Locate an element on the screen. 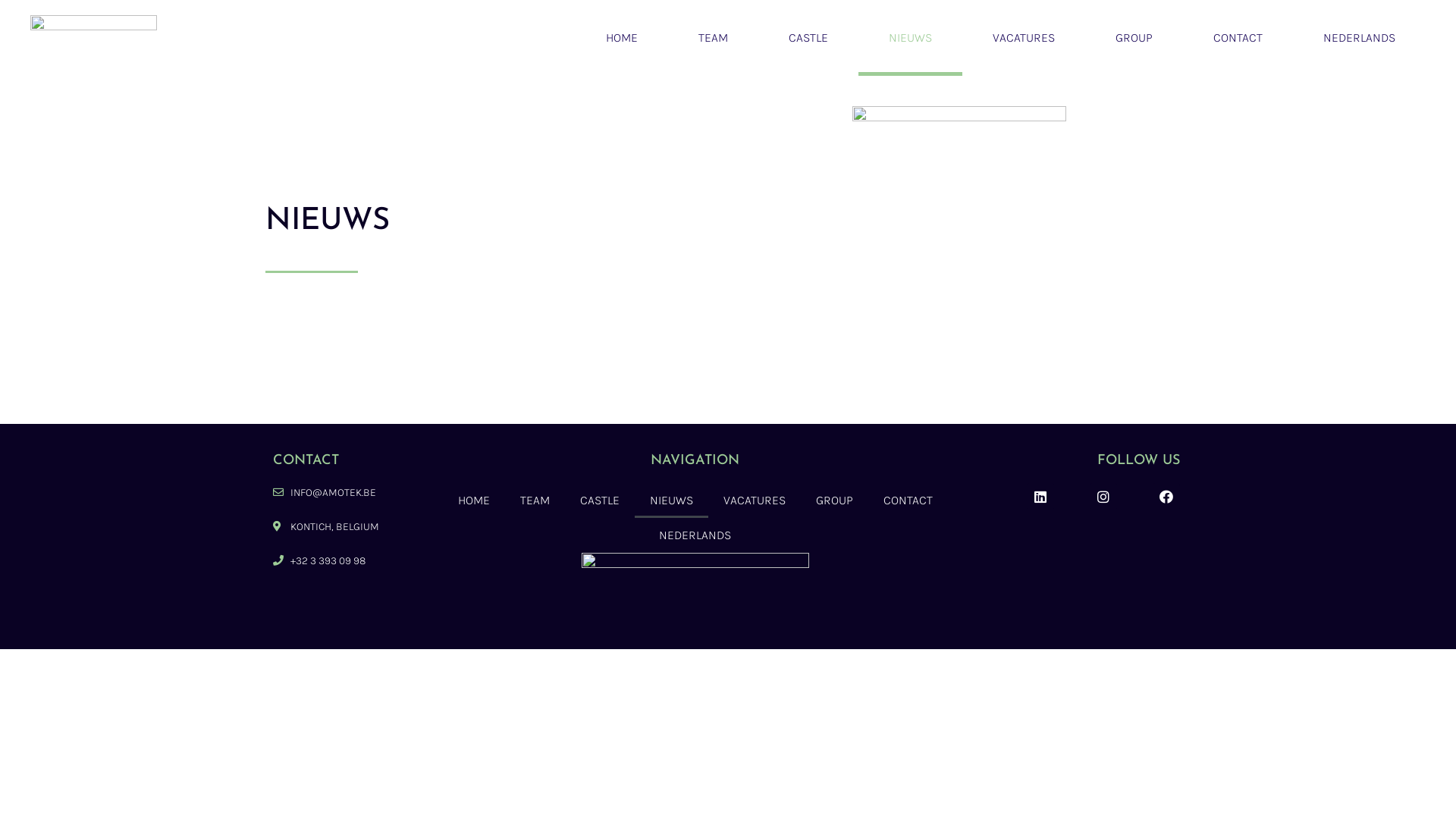 Image resolution: width=1456 pixels, height=819 pixels. 'GROUP' is located at coordinates (1134, 37).